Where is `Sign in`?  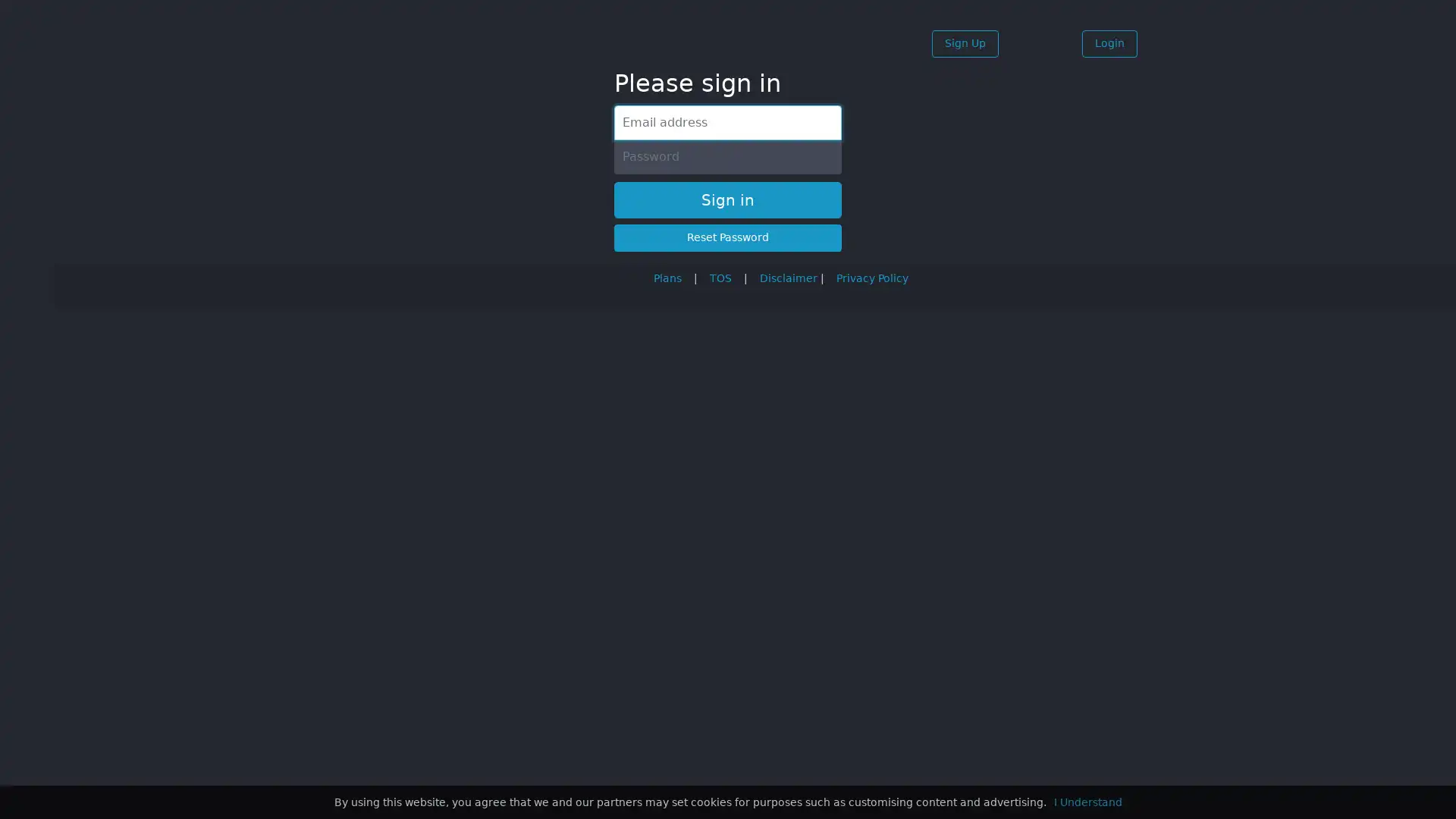
Sign in is located at coordinates (728, 199).